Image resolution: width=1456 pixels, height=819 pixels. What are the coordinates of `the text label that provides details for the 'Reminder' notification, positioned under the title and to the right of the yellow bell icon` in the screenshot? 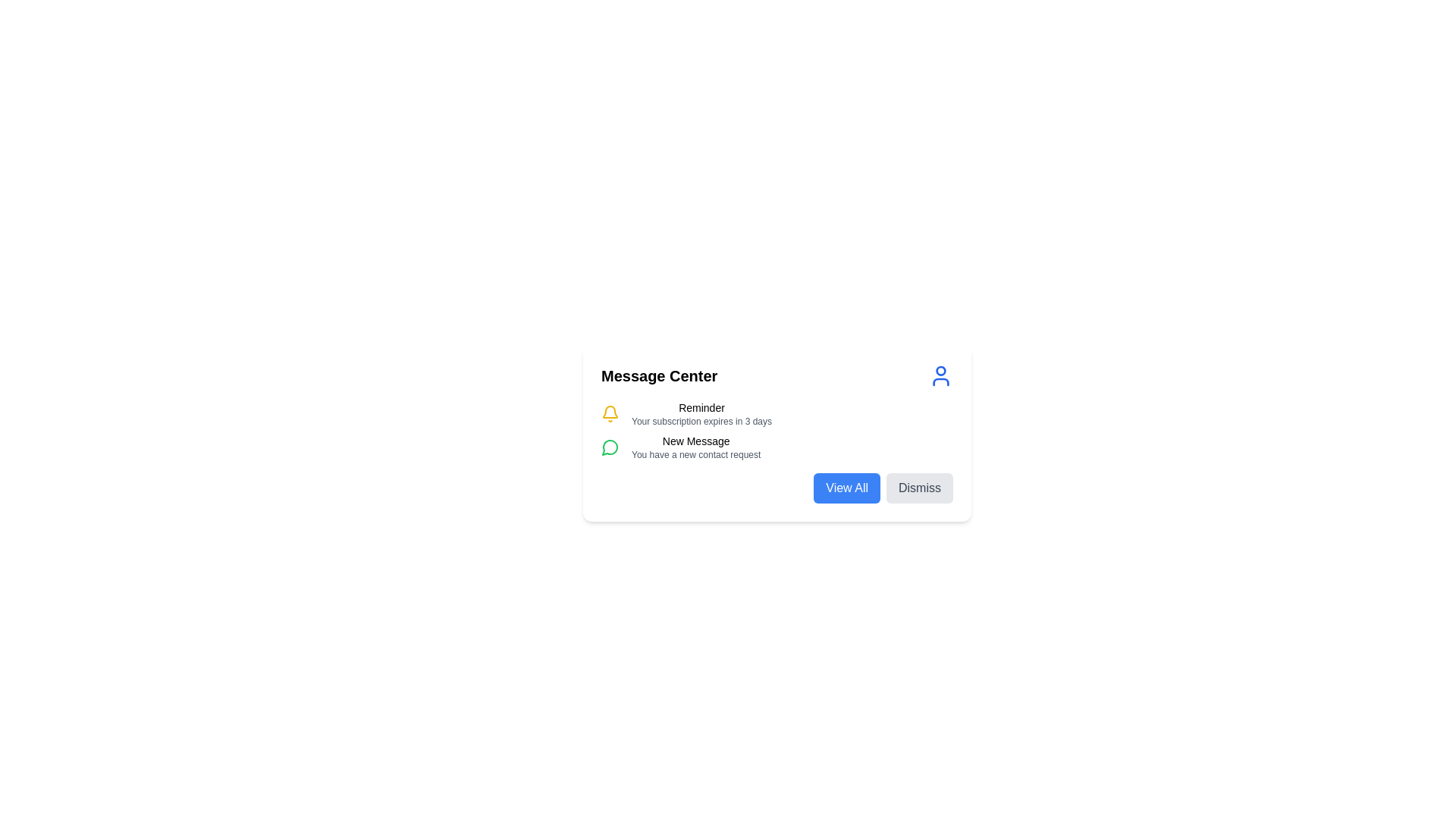 It's located at (701, 421).